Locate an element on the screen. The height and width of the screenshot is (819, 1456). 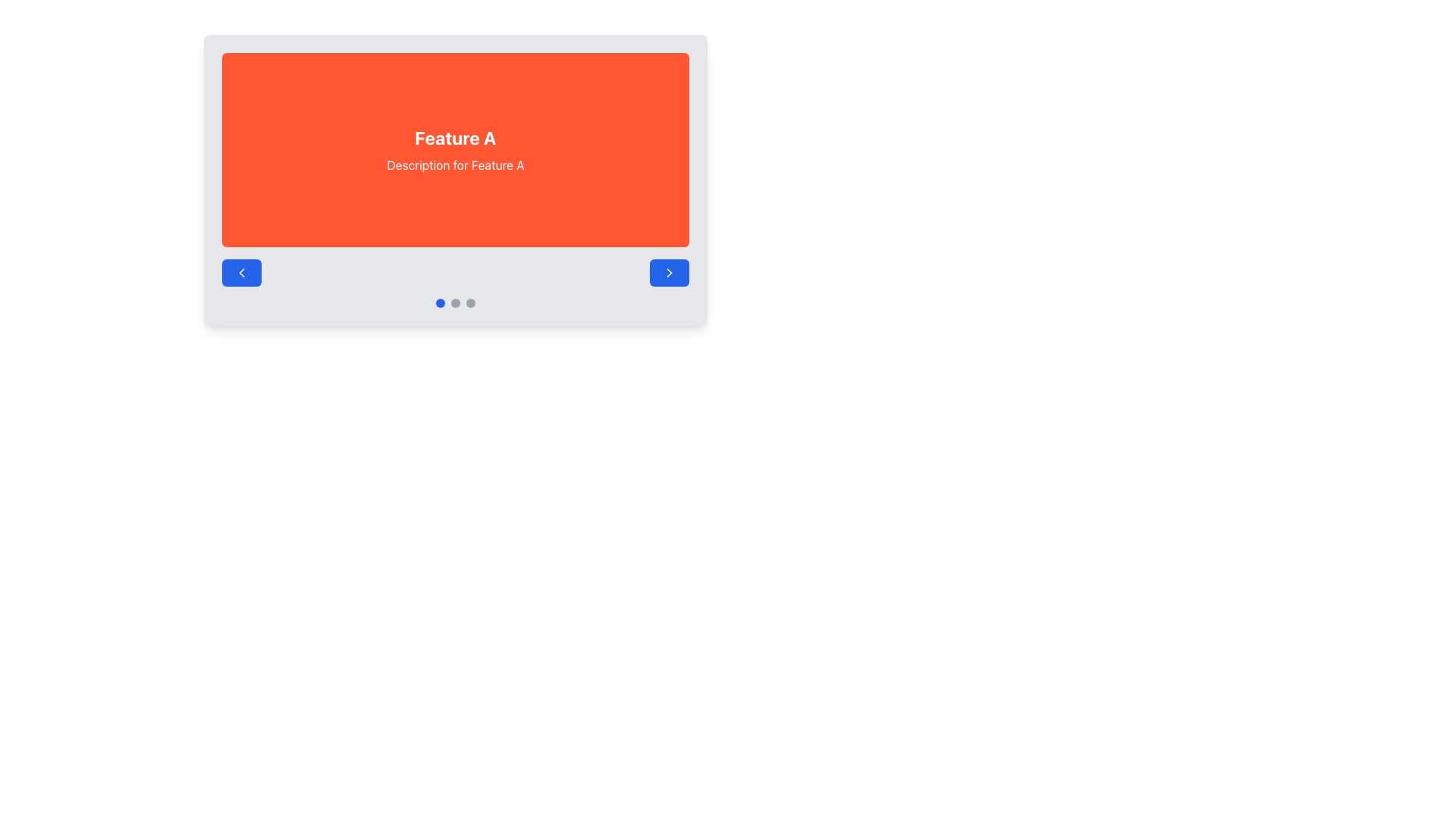
the blue circular button containing the arrow icon on the left side of the navigation interface is located at coordinates (240, 271).